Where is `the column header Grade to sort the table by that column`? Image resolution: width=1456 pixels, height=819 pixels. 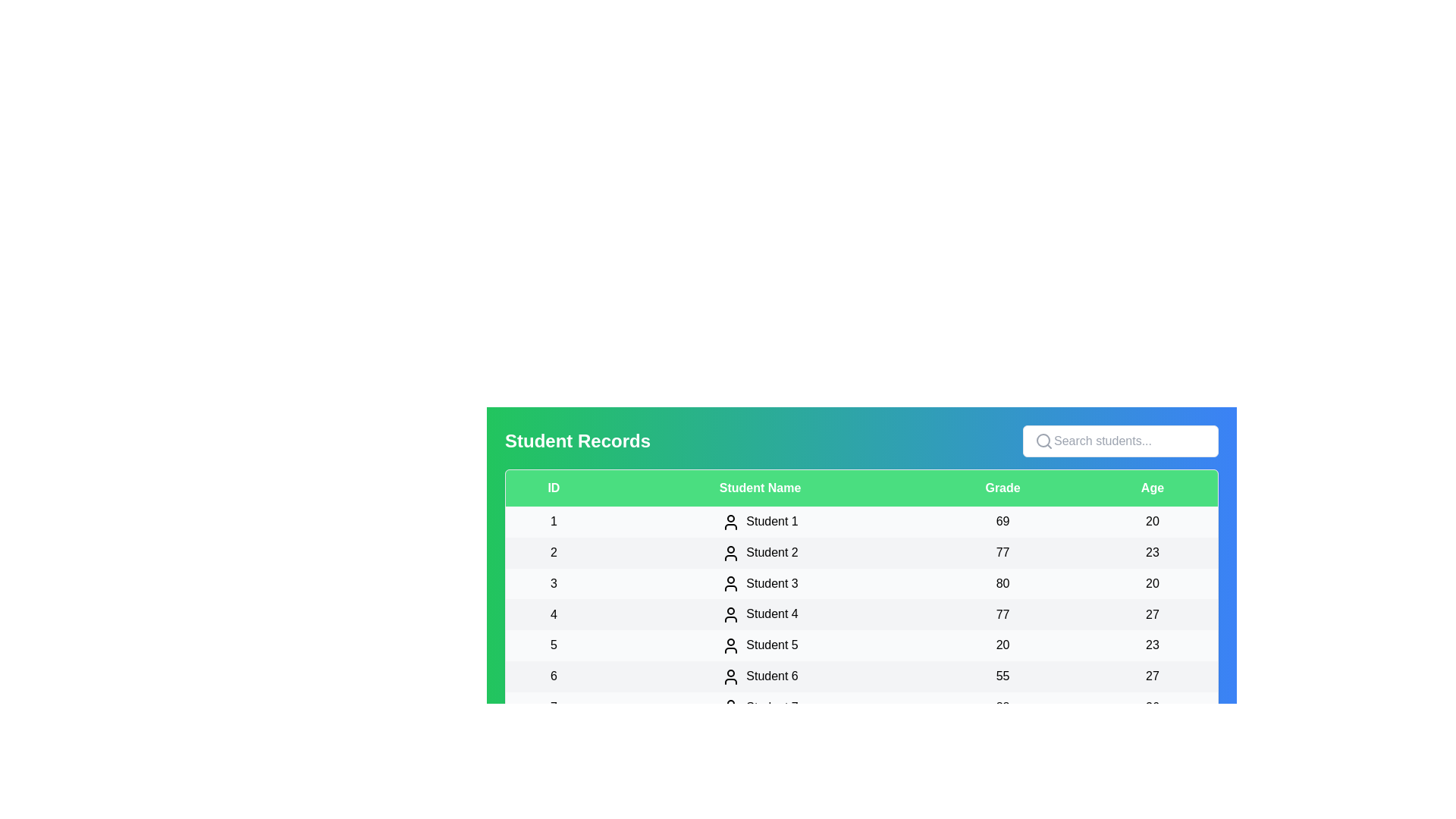 the column header Grade to sort the table by that column is located at coordinates (1002, 488).